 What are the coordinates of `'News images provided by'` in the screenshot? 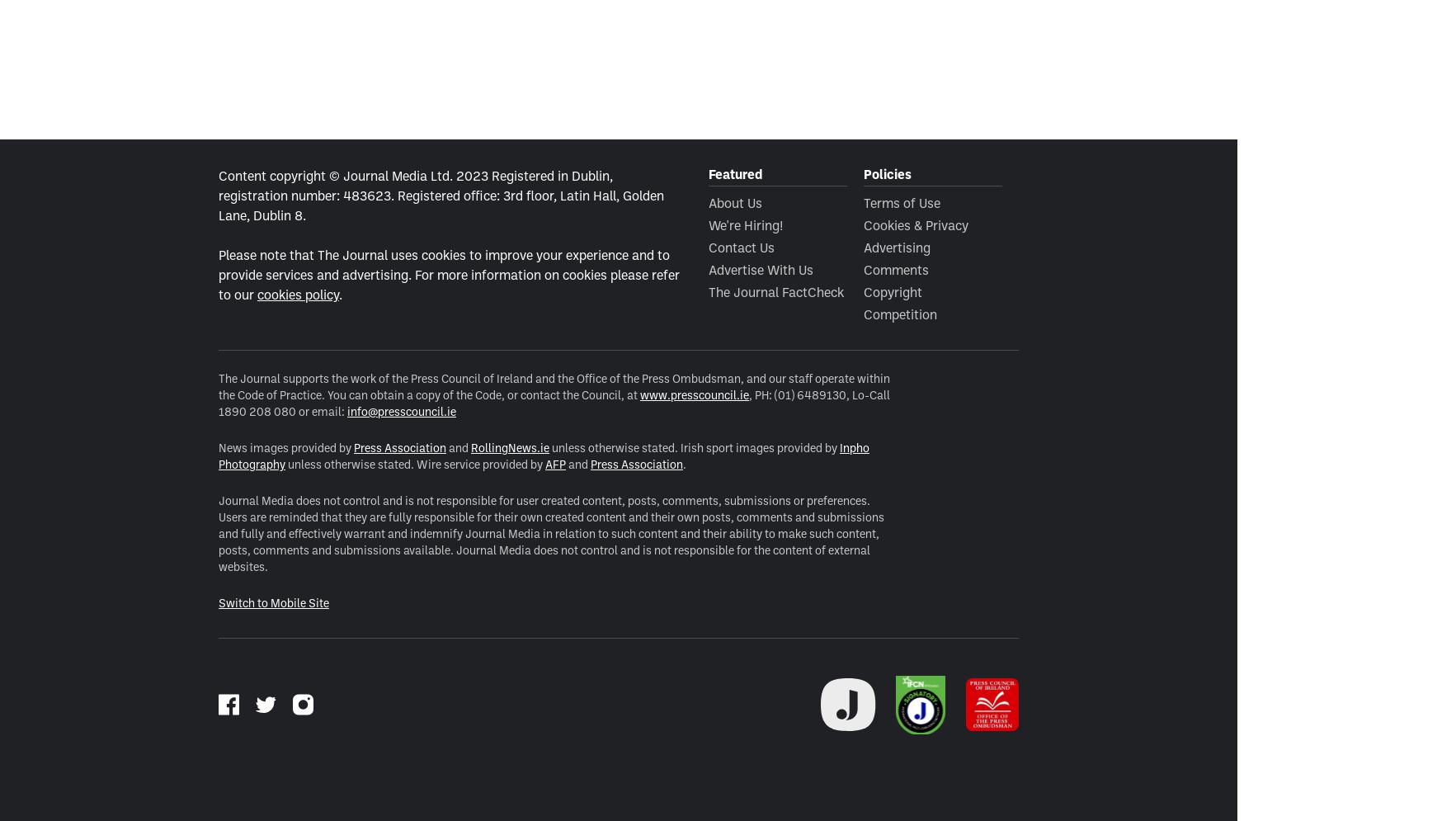 It's located at (285, 446).